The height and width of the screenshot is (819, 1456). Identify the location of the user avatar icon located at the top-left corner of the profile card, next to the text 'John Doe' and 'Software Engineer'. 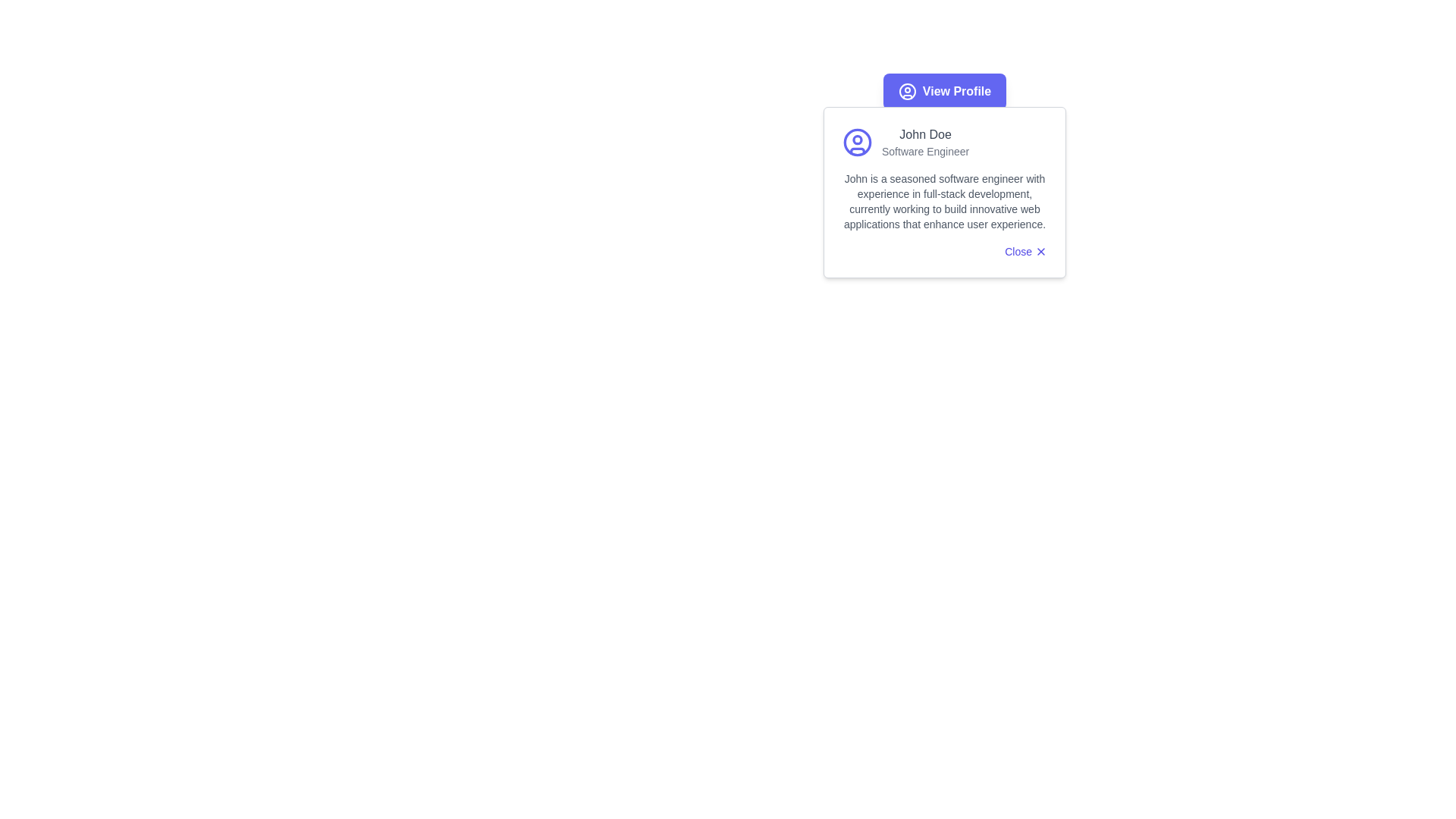
(858, 143).